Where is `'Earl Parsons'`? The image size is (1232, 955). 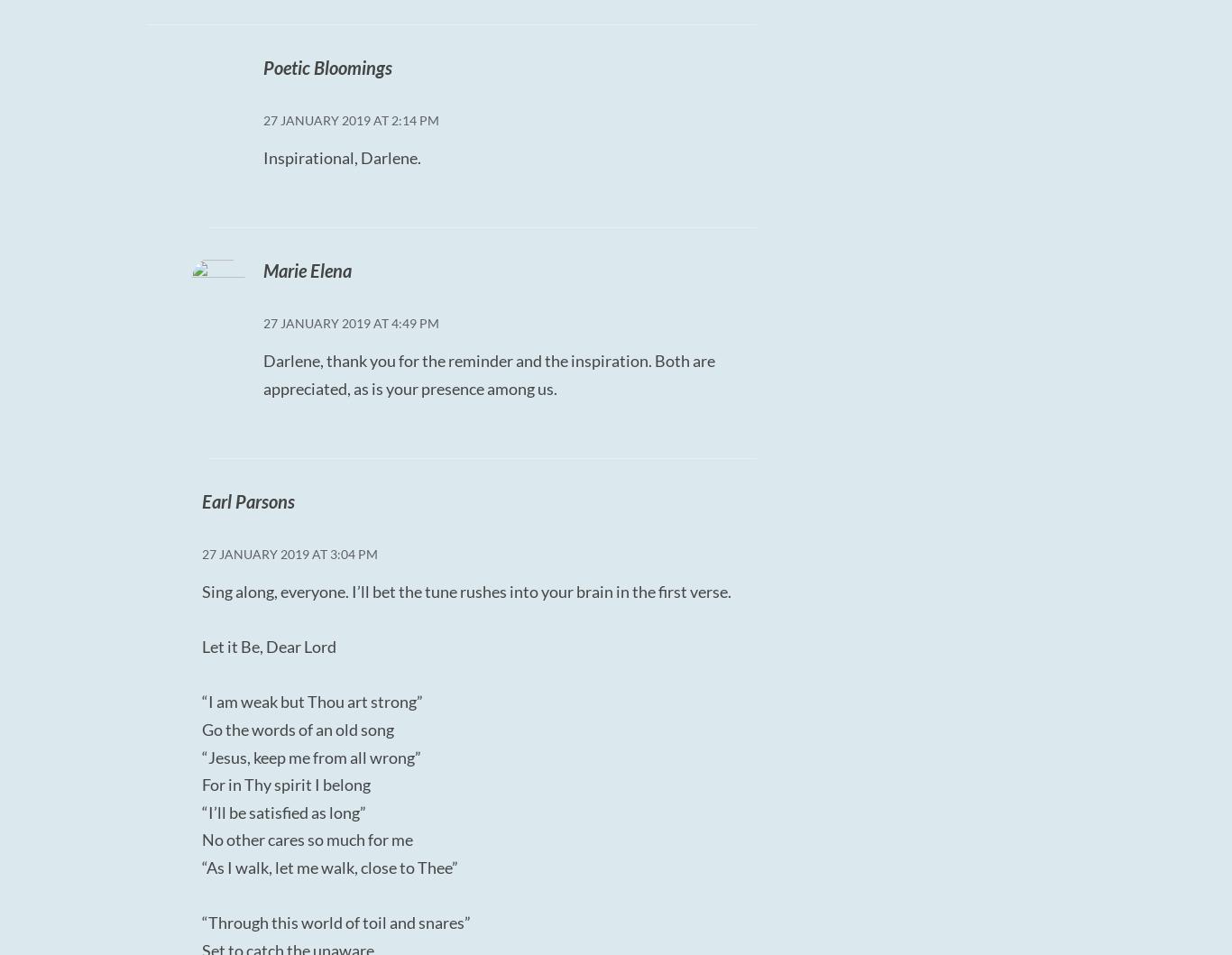
'Earl Parsons' is located at coordinates (201, 500).